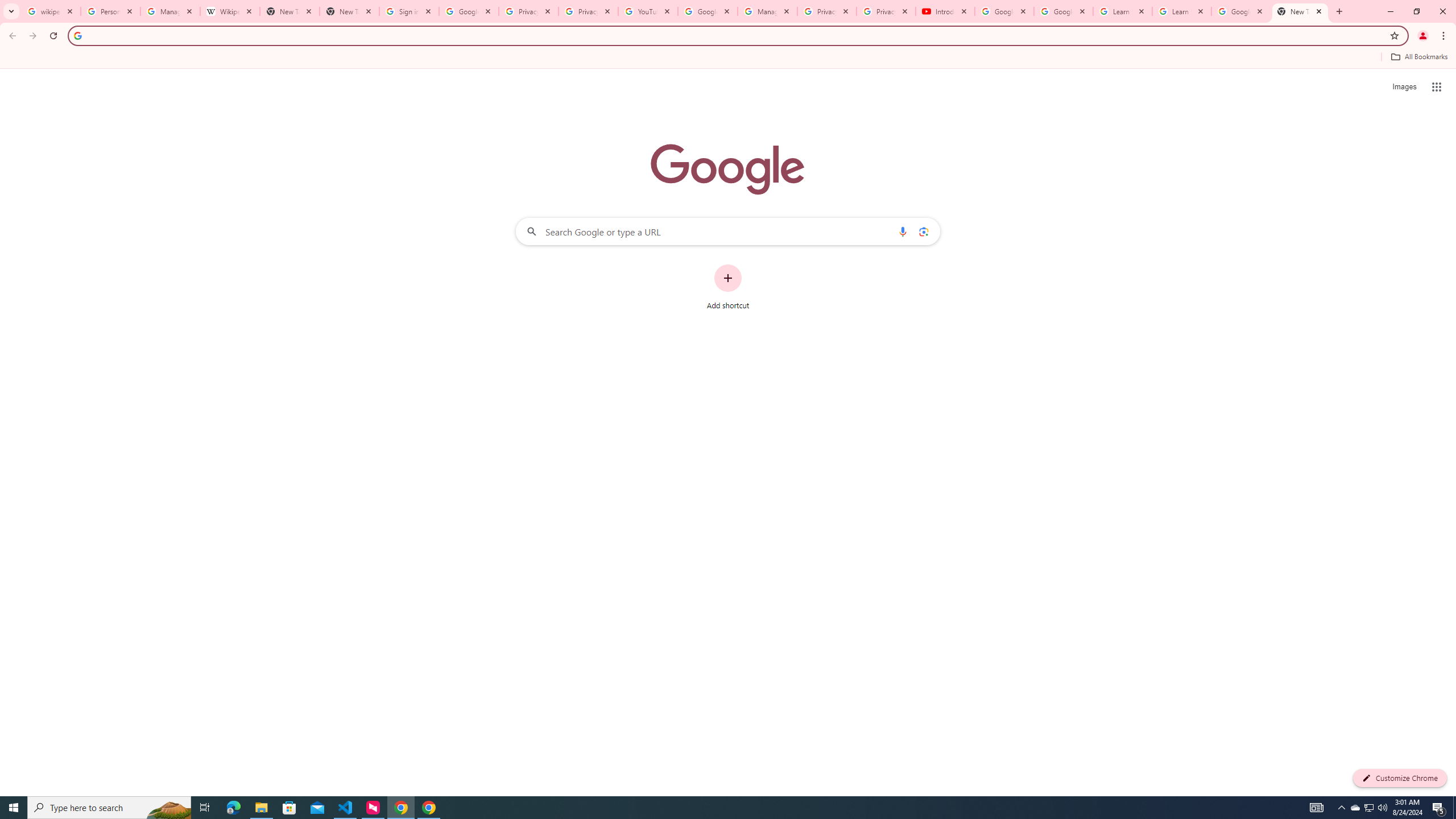 This screenshot has width=1456, height=819. Describe the element at coordinates (1240, 11) in the screenshot. I see `'Google Account'` at that location.